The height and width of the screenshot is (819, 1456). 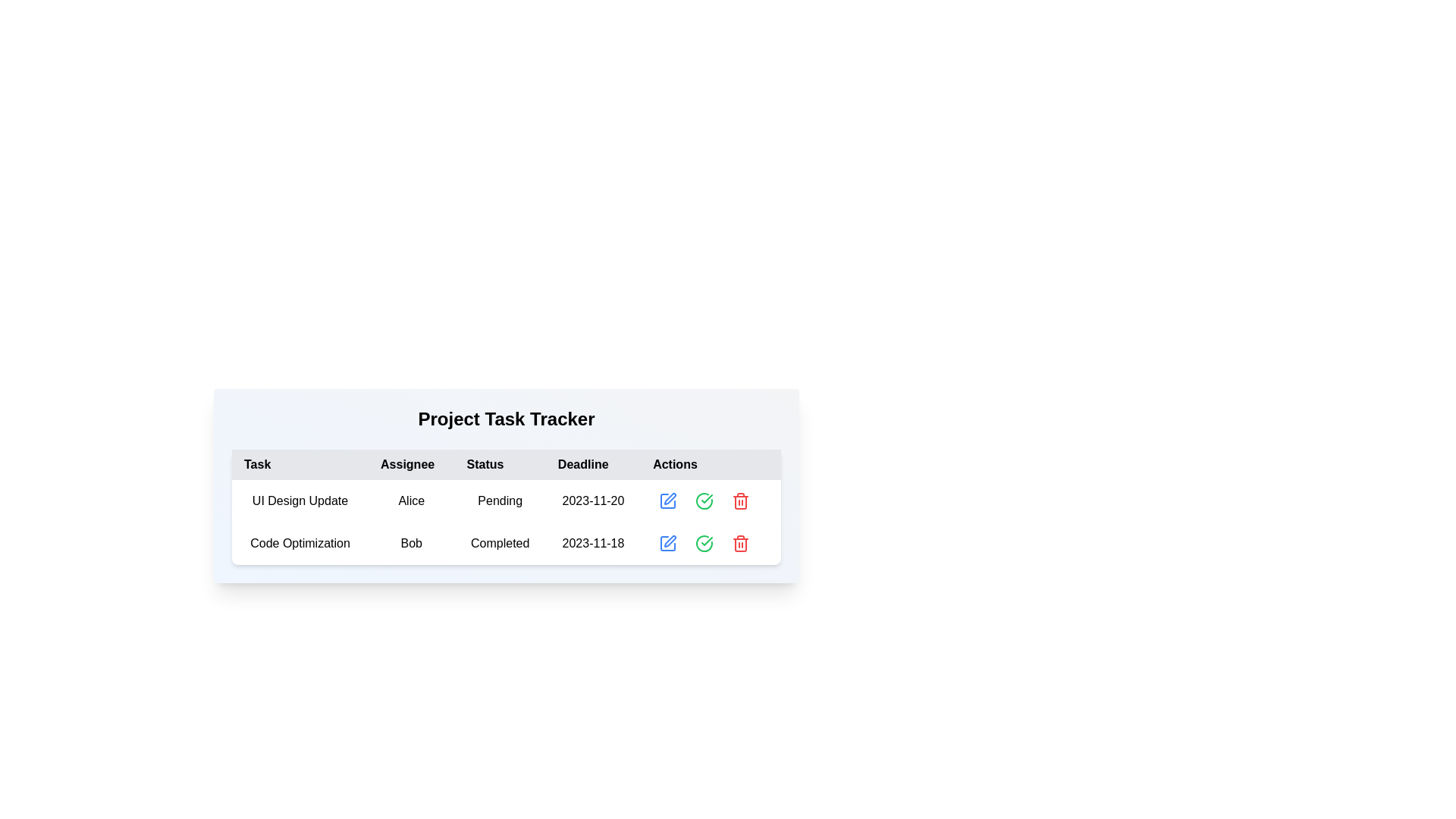 What do you see at coordinates (670, 540) in the screenshot?
I see `the edit action icon button located in the 'Actions' column of the second row, adjacent to the task description 'Code Optimization', for keyboard interaction` at bounding box center [670, 540].